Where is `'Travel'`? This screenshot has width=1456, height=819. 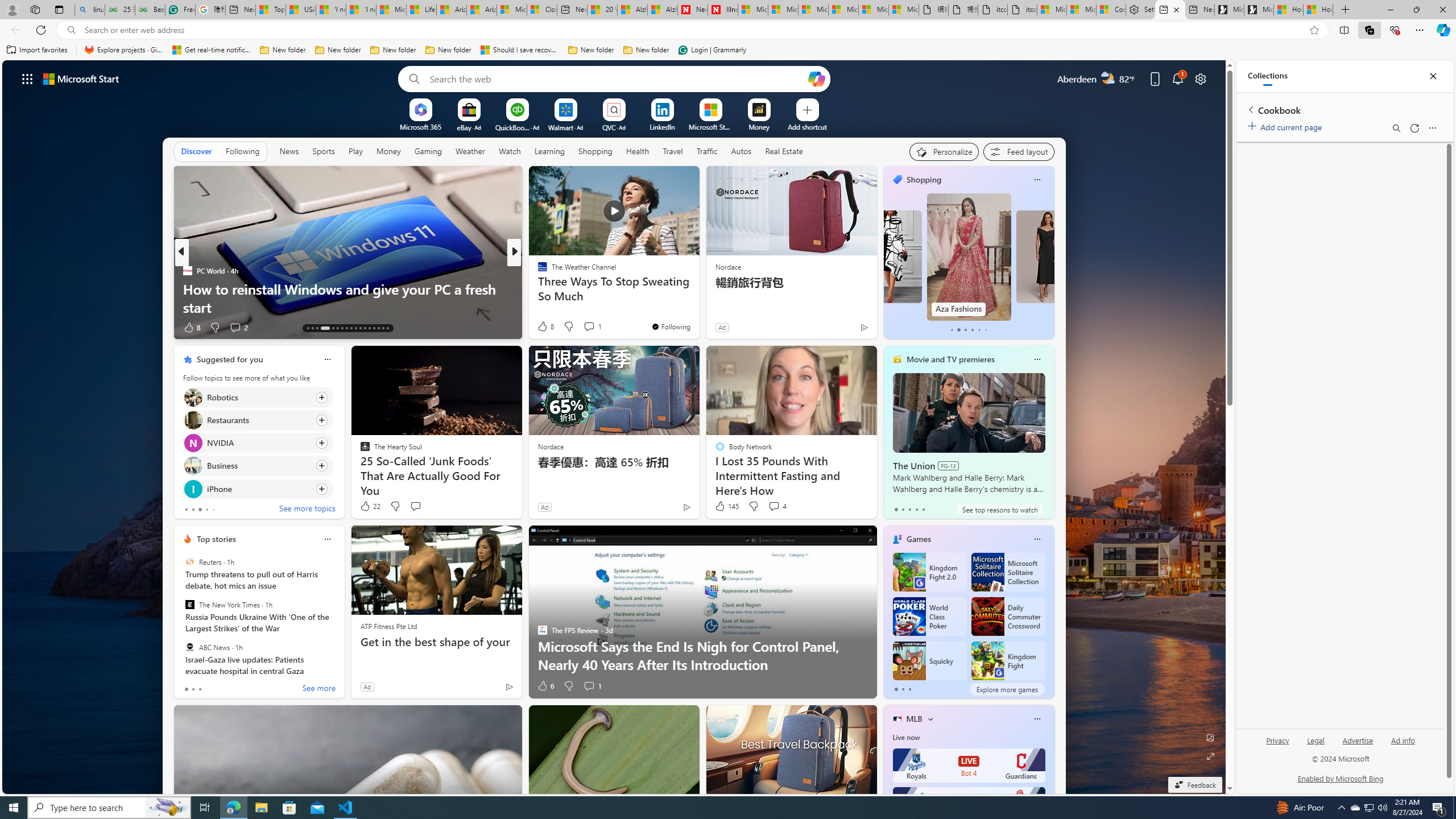 'Travel' is located at coordinates (672, 151).